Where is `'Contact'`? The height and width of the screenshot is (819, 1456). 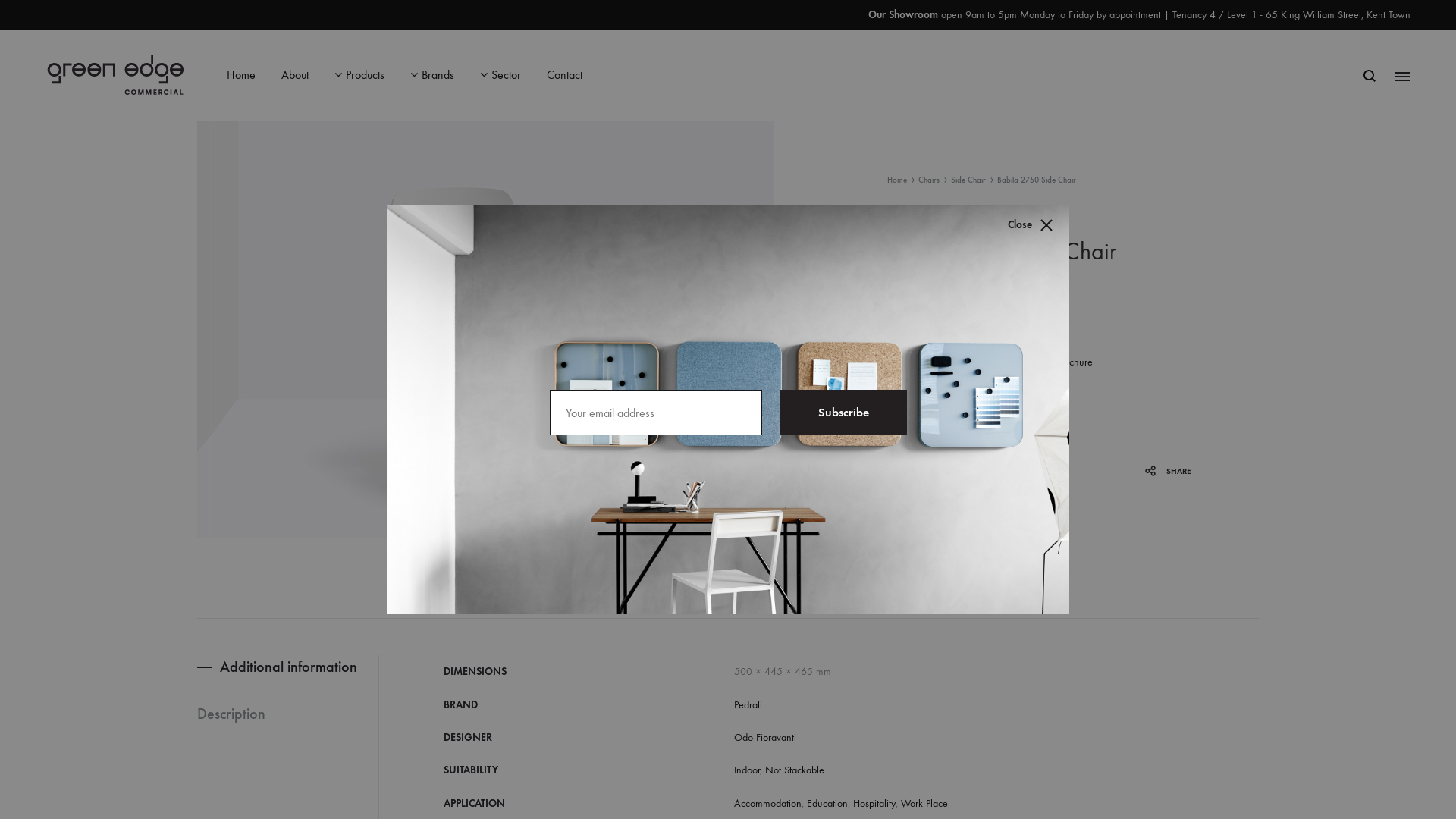 'Contact' is located at coordinates (563, 75).